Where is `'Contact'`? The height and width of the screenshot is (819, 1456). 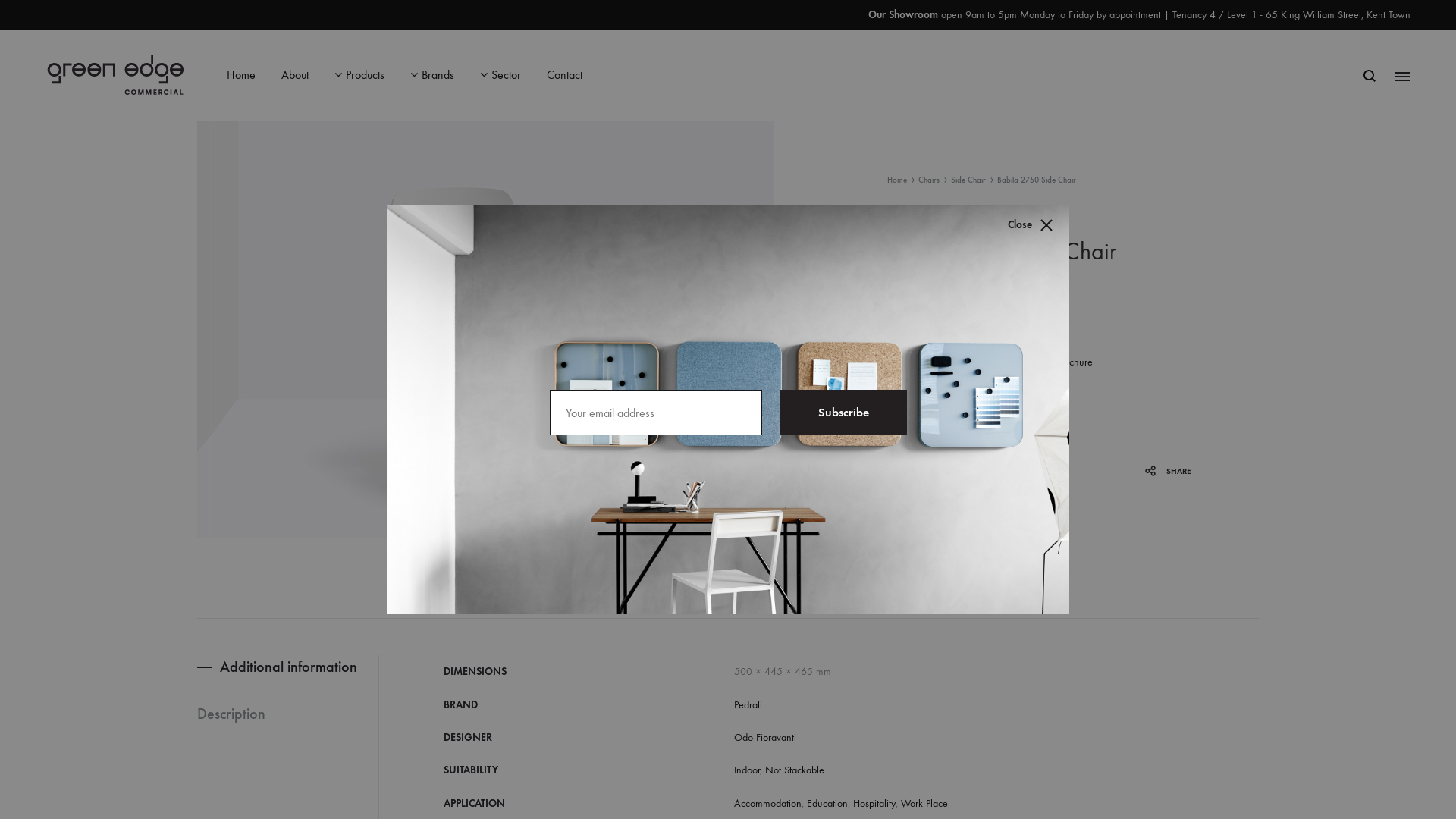 'Contact' is located at coordinates (563, 75).